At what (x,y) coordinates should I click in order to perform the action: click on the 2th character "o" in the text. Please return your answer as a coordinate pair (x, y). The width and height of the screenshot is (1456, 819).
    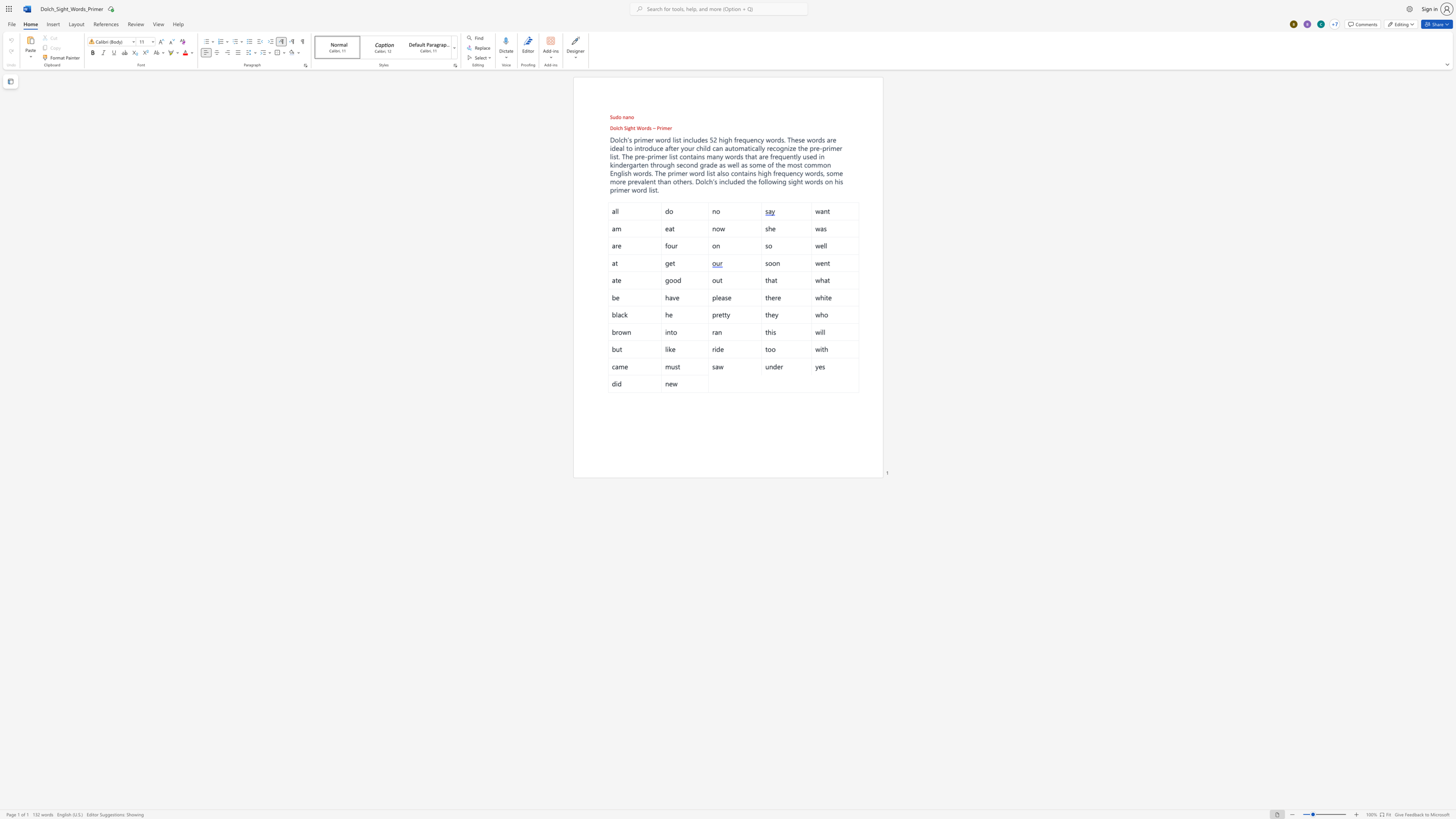
    Looking at the image, I should click on (643, 128).